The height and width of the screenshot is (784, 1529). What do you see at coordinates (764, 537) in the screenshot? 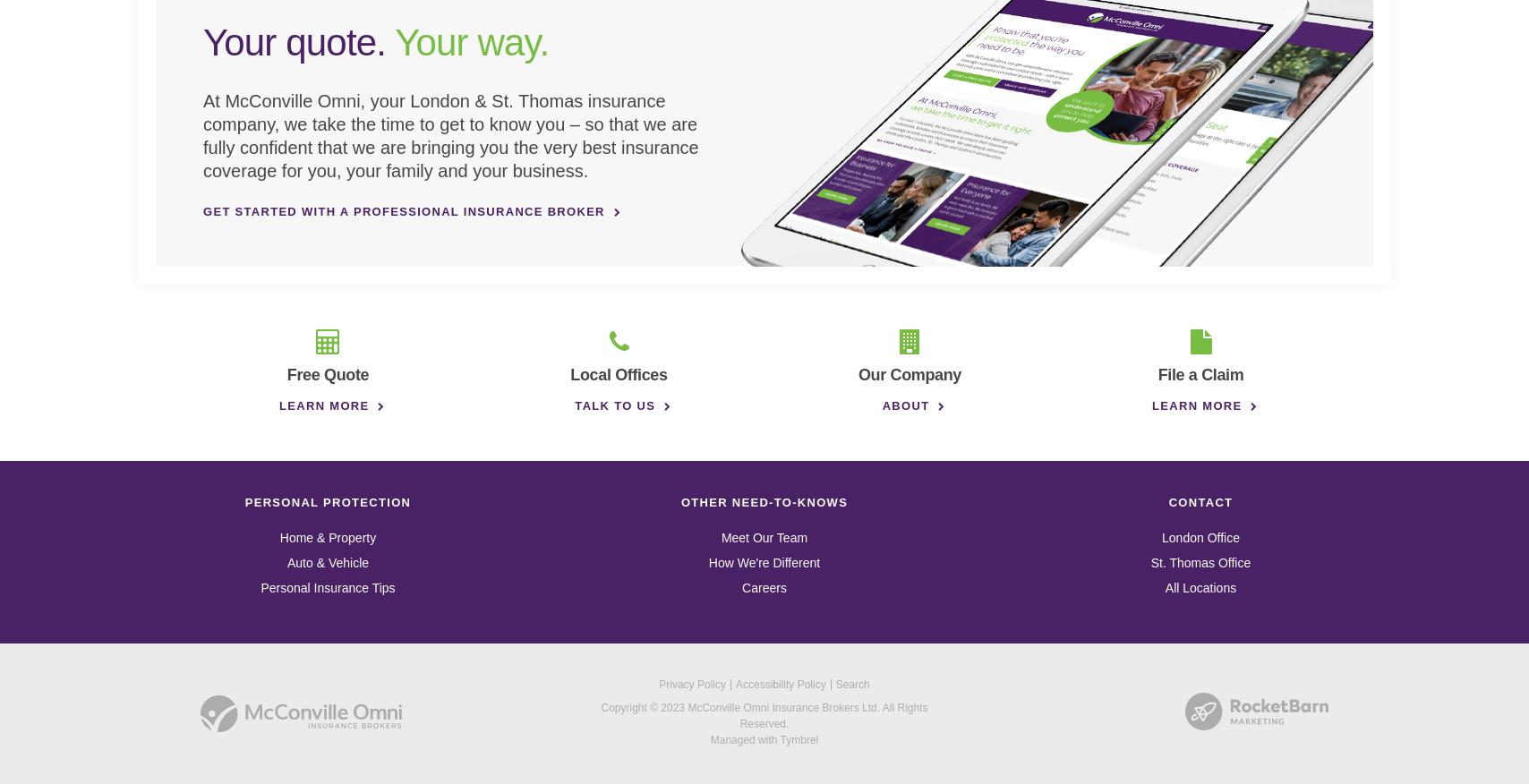
I see `'Meet Our Team'` at bounding box center [764, 537].